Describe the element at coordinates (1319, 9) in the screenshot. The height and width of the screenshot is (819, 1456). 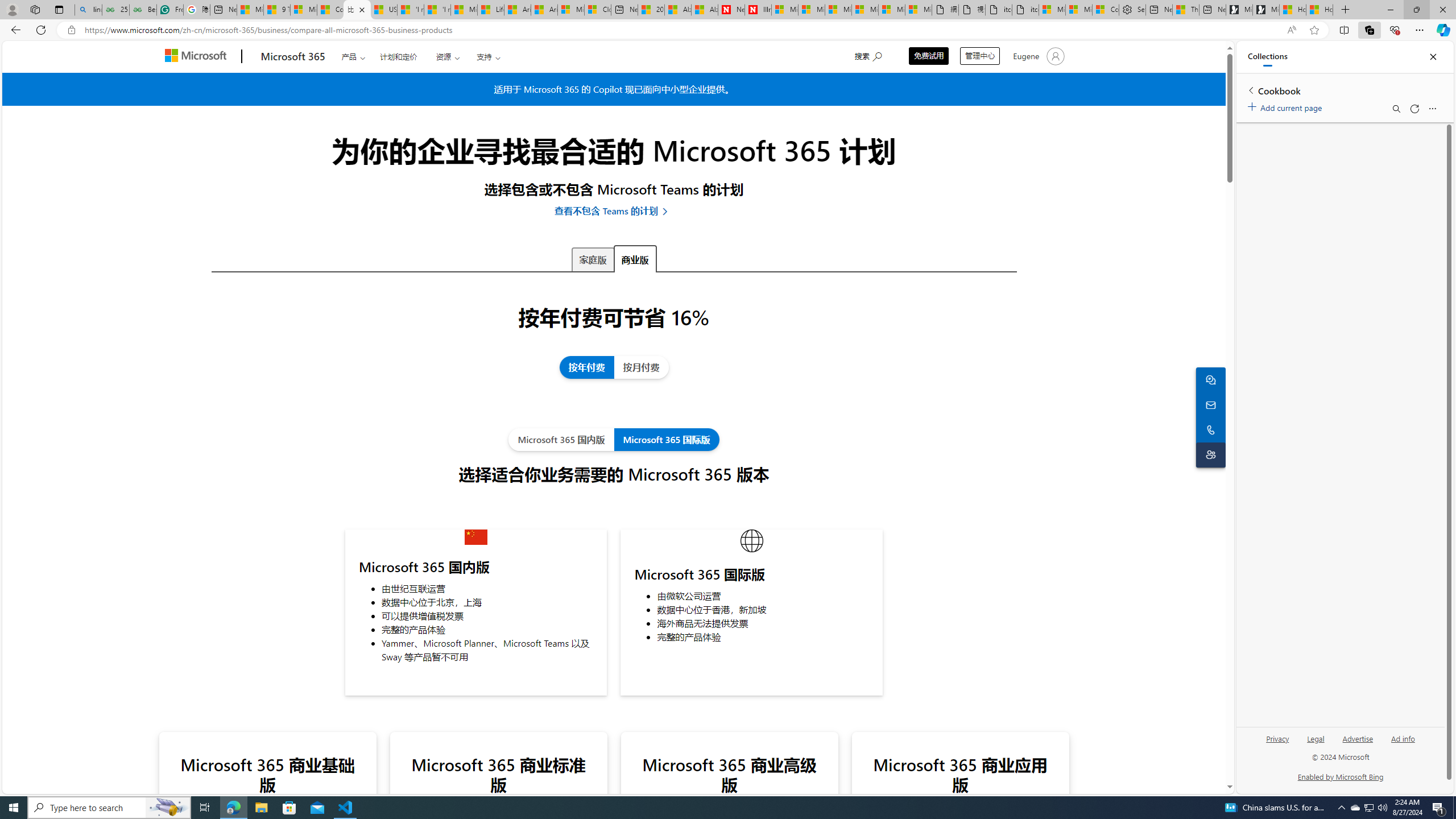
I see `'How to Use a TV as a Computer Monitor'` at that location.